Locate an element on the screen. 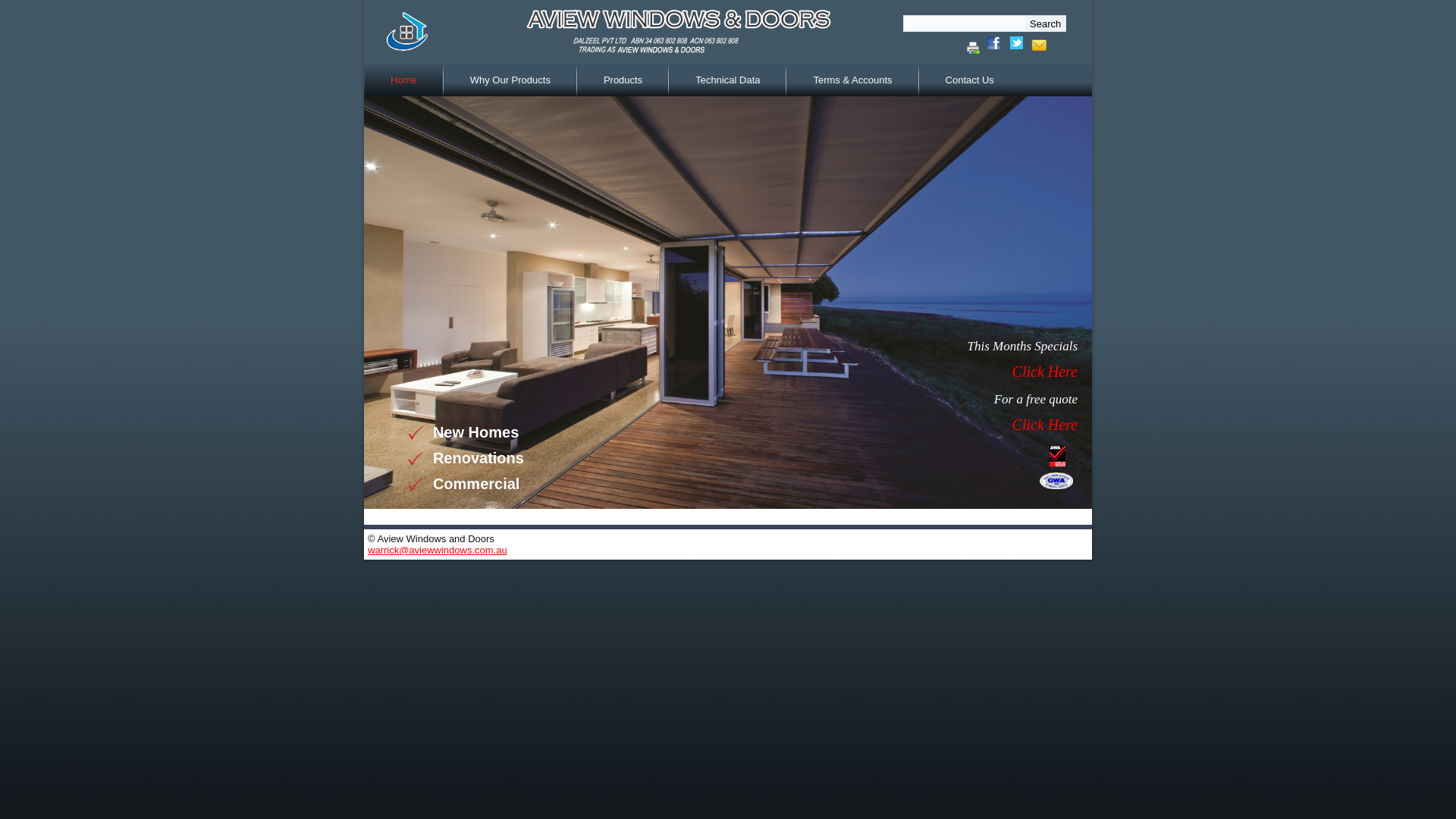 This screenshot has height=819, width=1456. 'Technical Data' is located at coordinates (726, 80).